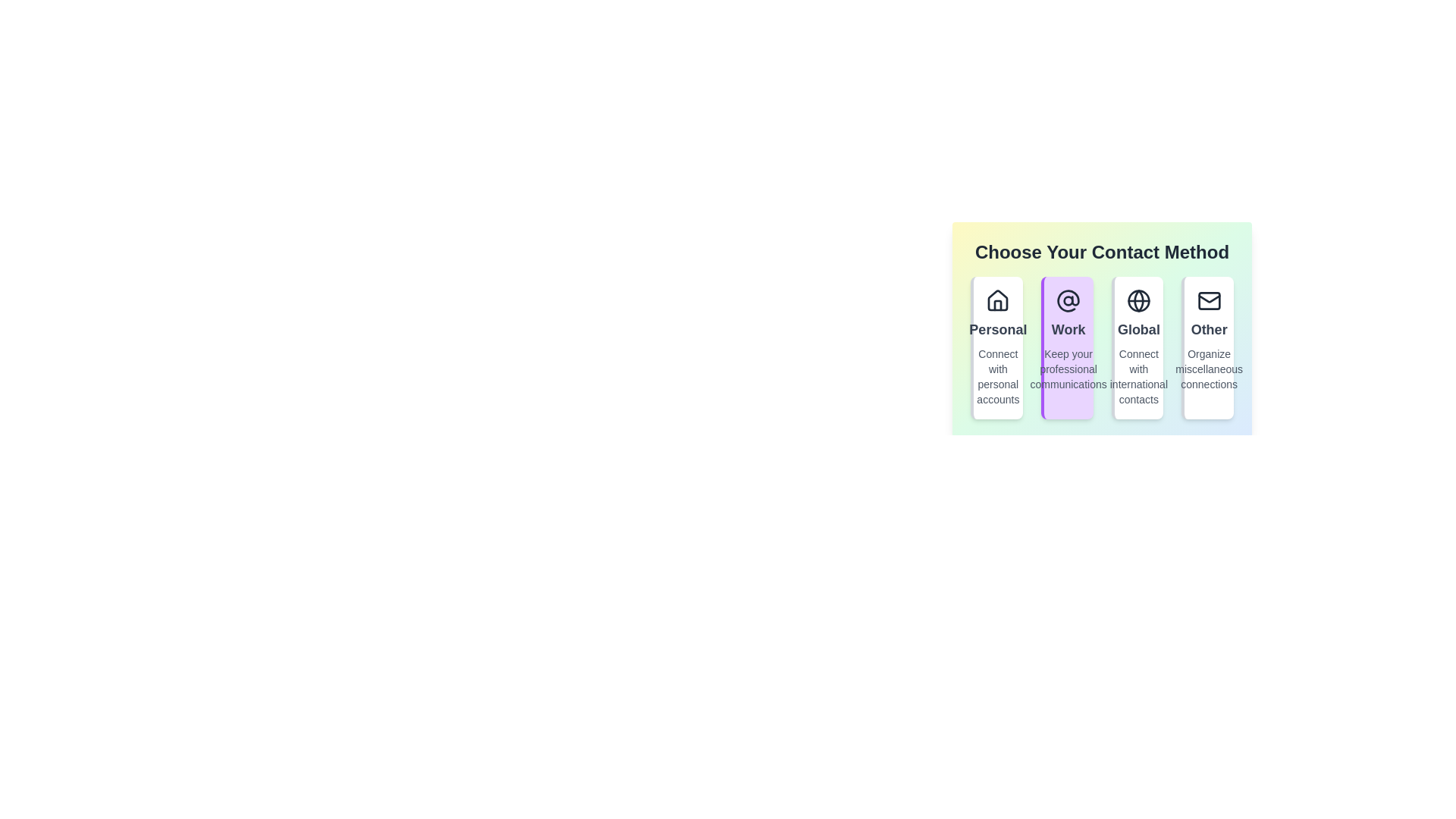 The height and width of the screenshot is (819, 1456). What do you see at coordinates (1207, 348) in the screenshot?
I see `the contact method Other to observe the animation effect` at bounding box center [1207, 348].